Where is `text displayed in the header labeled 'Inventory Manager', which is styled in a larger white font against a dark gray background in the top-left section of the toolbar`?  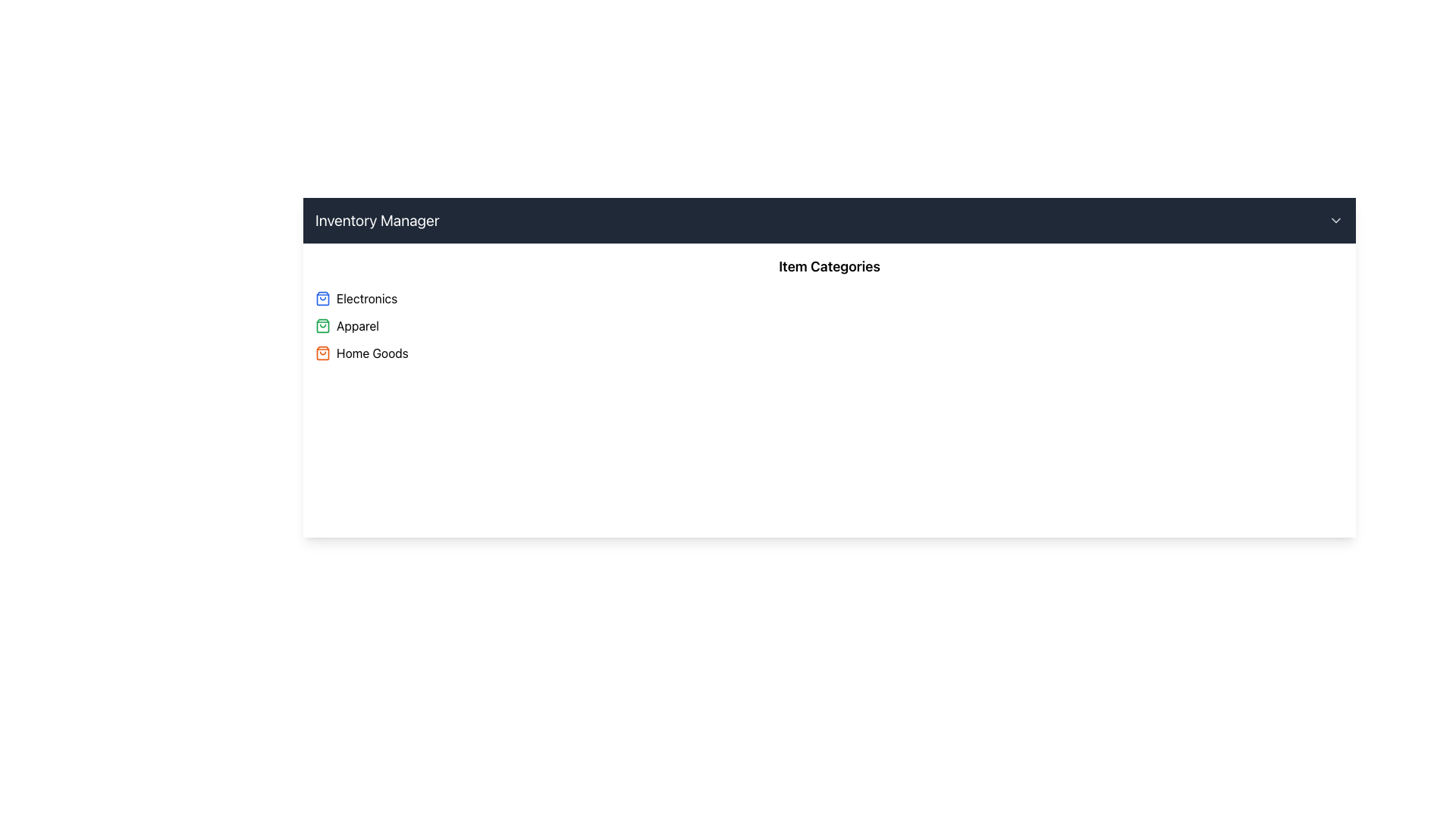 text displayed in the header labeled 'Inventory Manager', which is styled in a larger white font against a dark gray background in the top-left section of the toolbar is located at coordinates (377, 220).